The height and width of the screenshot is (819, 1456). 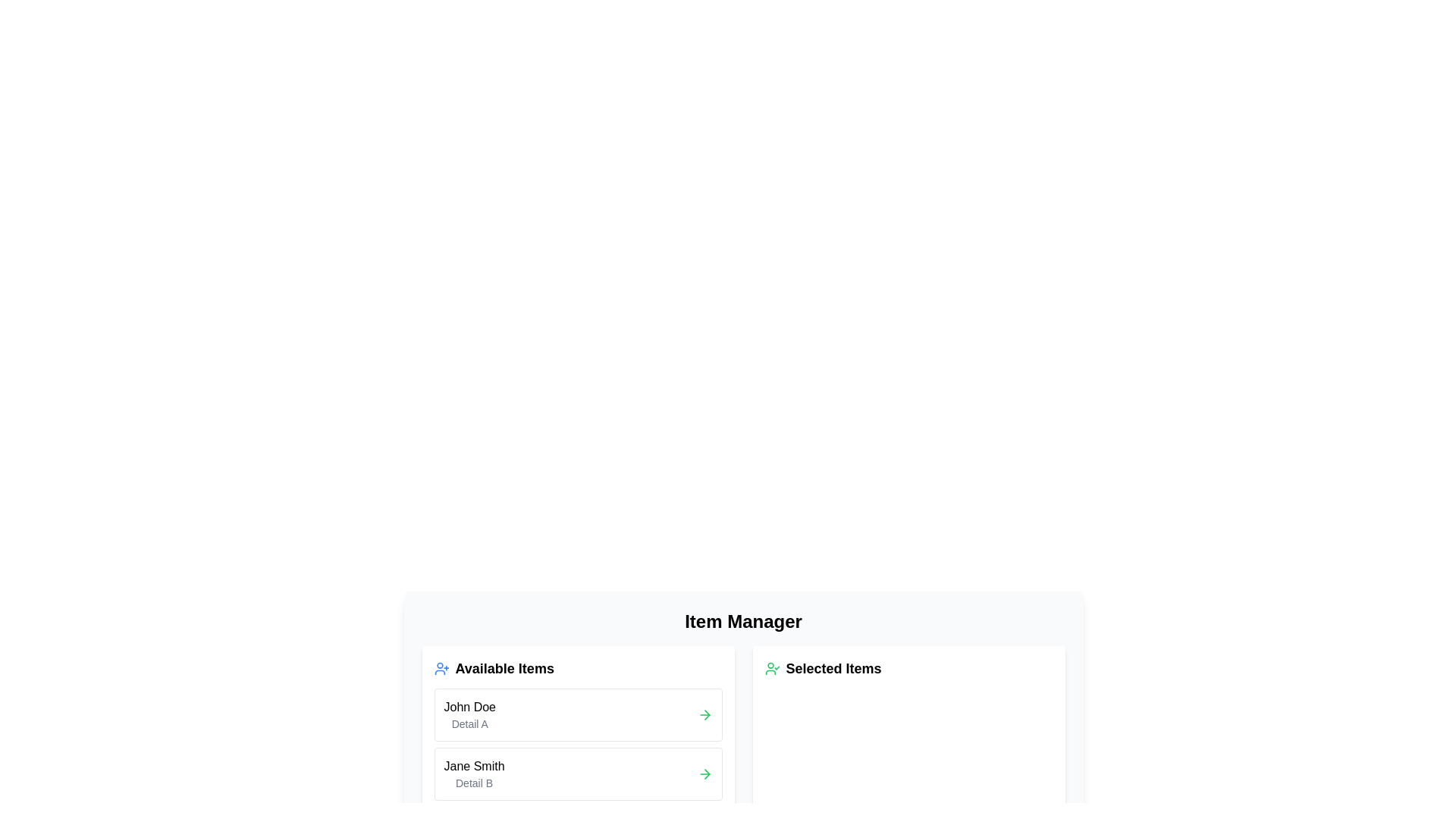 What do you see at coordinates (473, 766) in the screenshot?
I see `the text label 'Jane Smith' located at the top of the second card in the 'Available Items' section` at bounding box center [473, 766].